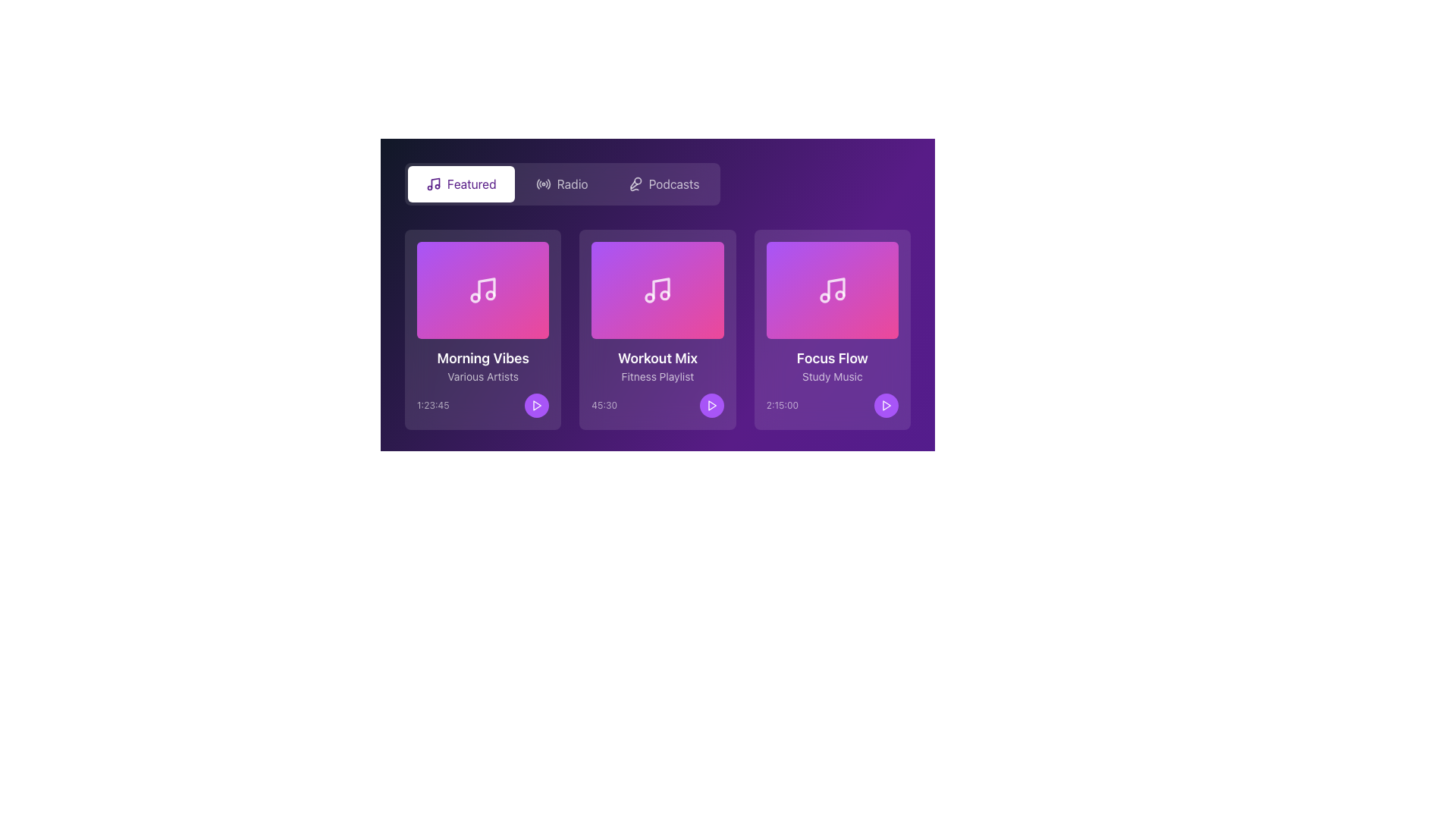 The height and width of the screenshot is (819, 1456). What do you see at coordinates (538, 405) in the screenshot?
I see `the triangular play icon with a white stroke on a purple circular button located at the bottom-right corner of the 'Morning Vibes' album card to play the associated music` at bounding box center [538, 405].